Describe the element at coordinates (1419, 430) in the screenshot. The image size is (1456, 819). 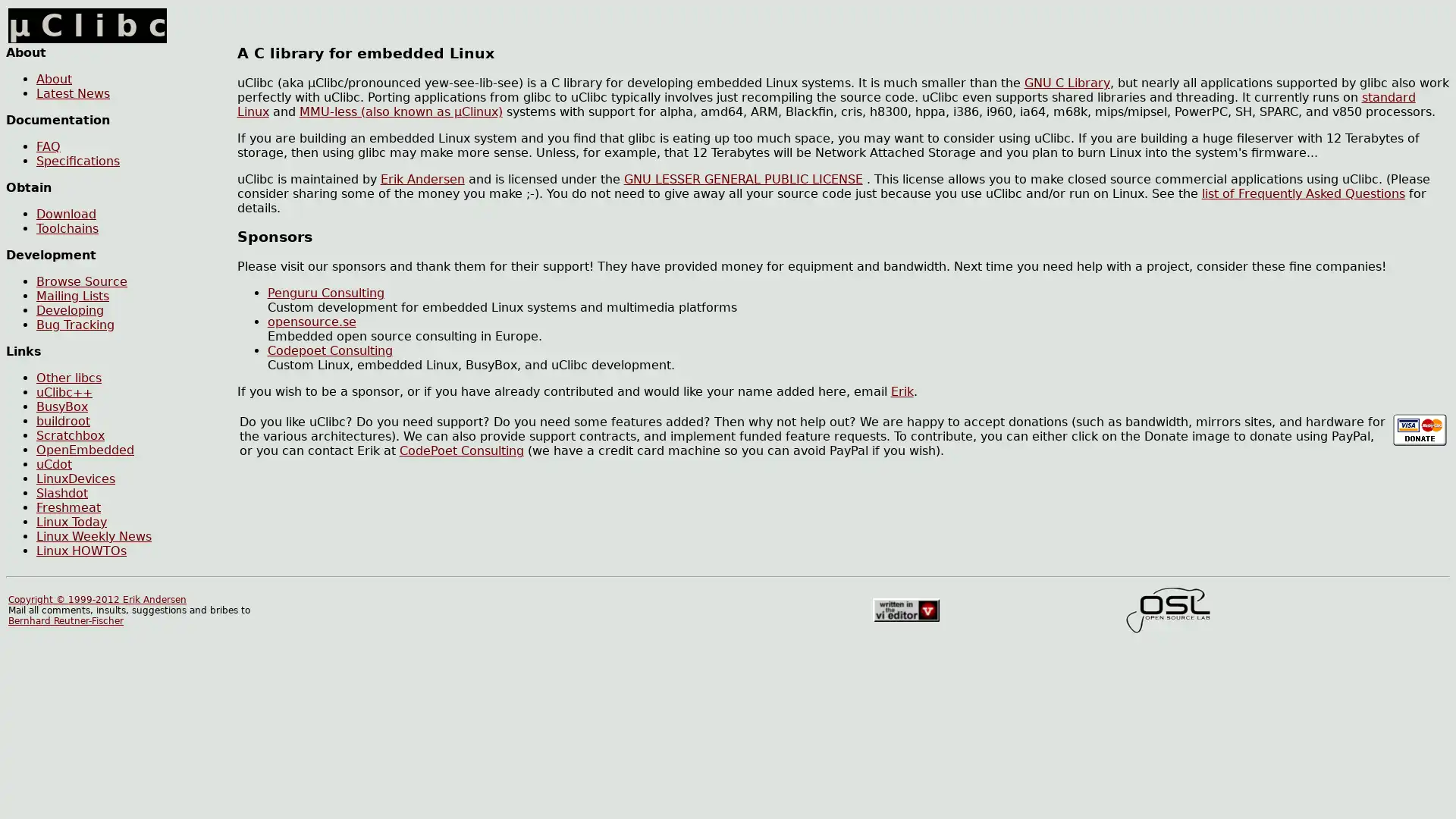
I see `Make donation using PayPal` at that location.